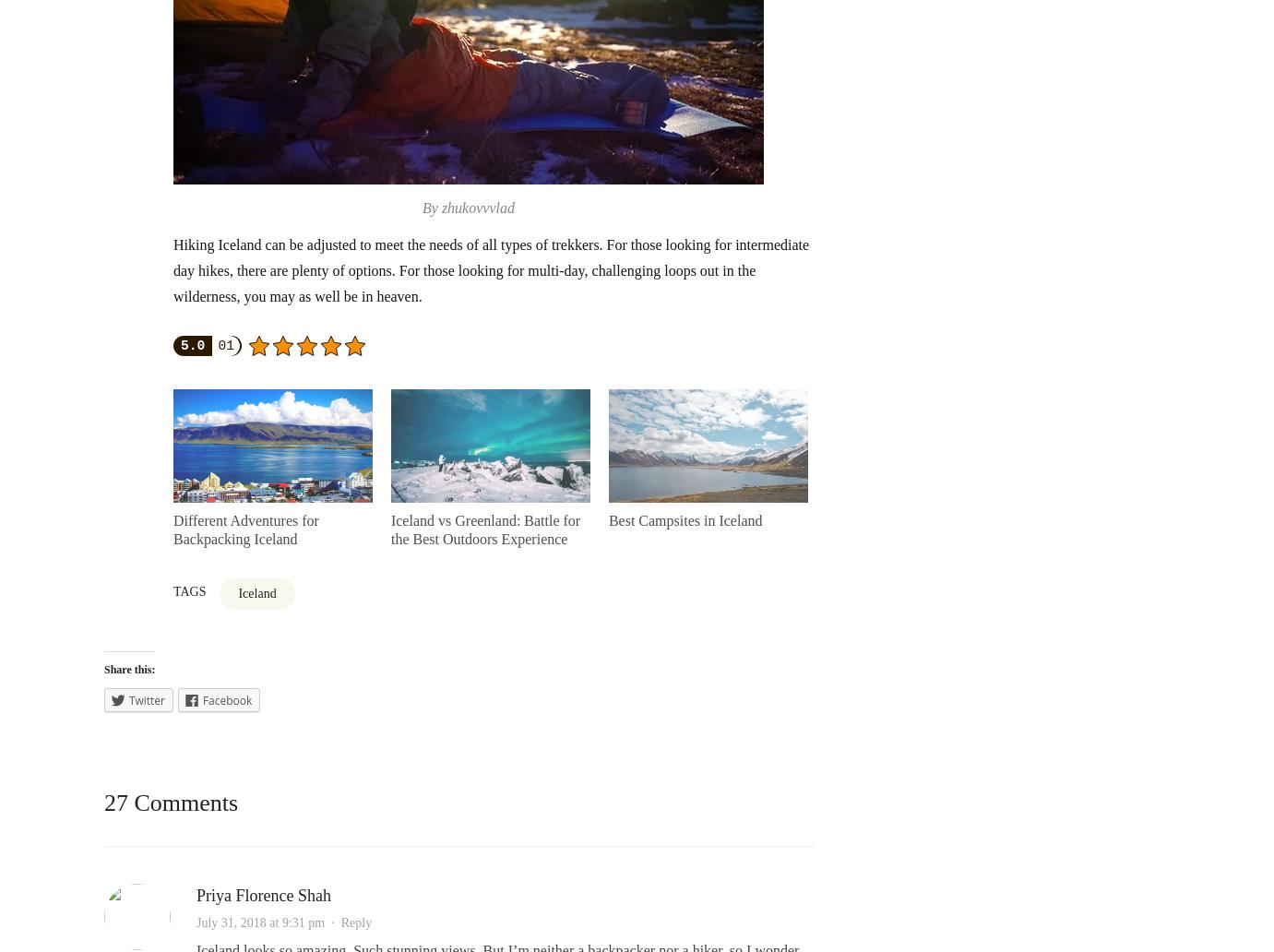  Describe the element at coordinates (355, 922) in the screenshot. I see `'Reply'` at that location.